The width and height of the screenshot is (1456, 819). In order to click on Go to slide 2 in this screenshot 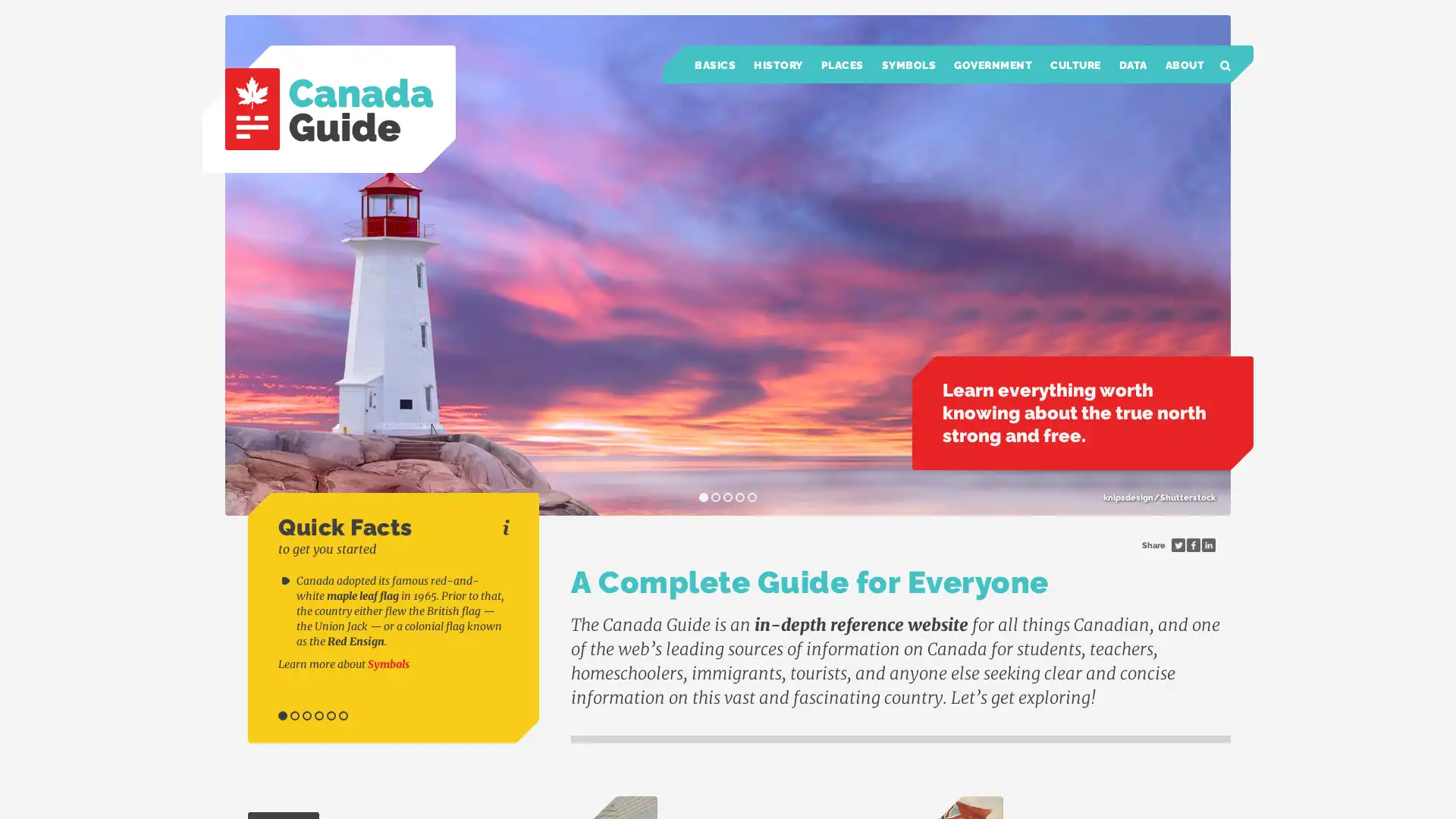, I will do `click(294, 716)`.